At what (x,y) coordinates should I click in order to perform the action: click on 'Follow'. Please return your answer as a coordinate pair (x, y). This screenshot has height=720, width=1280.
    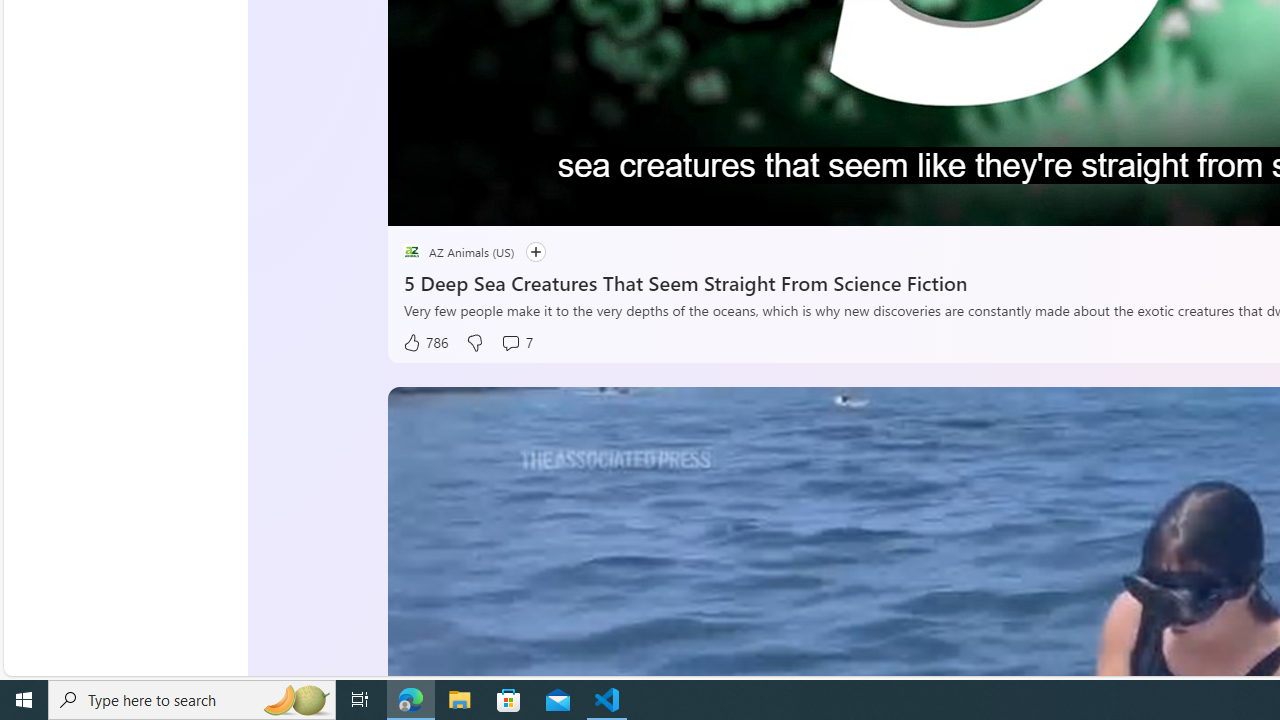
    Looking at the image, I should click on (526, 251).